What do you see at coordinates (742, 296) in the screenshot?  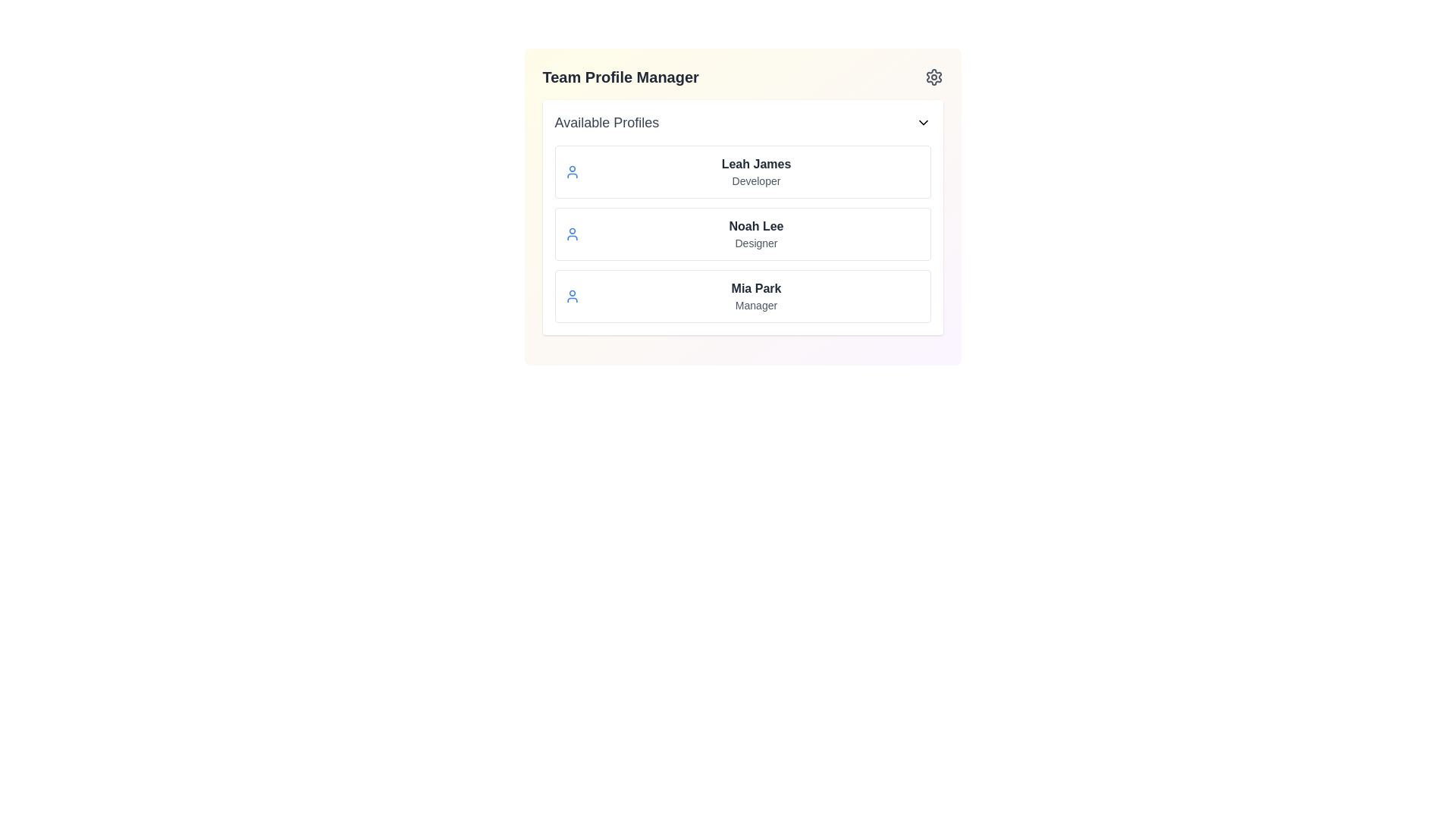 I see `the selectable profile for 'Mia Park', designated as 'Manager'` at bounding box center [742, 296].